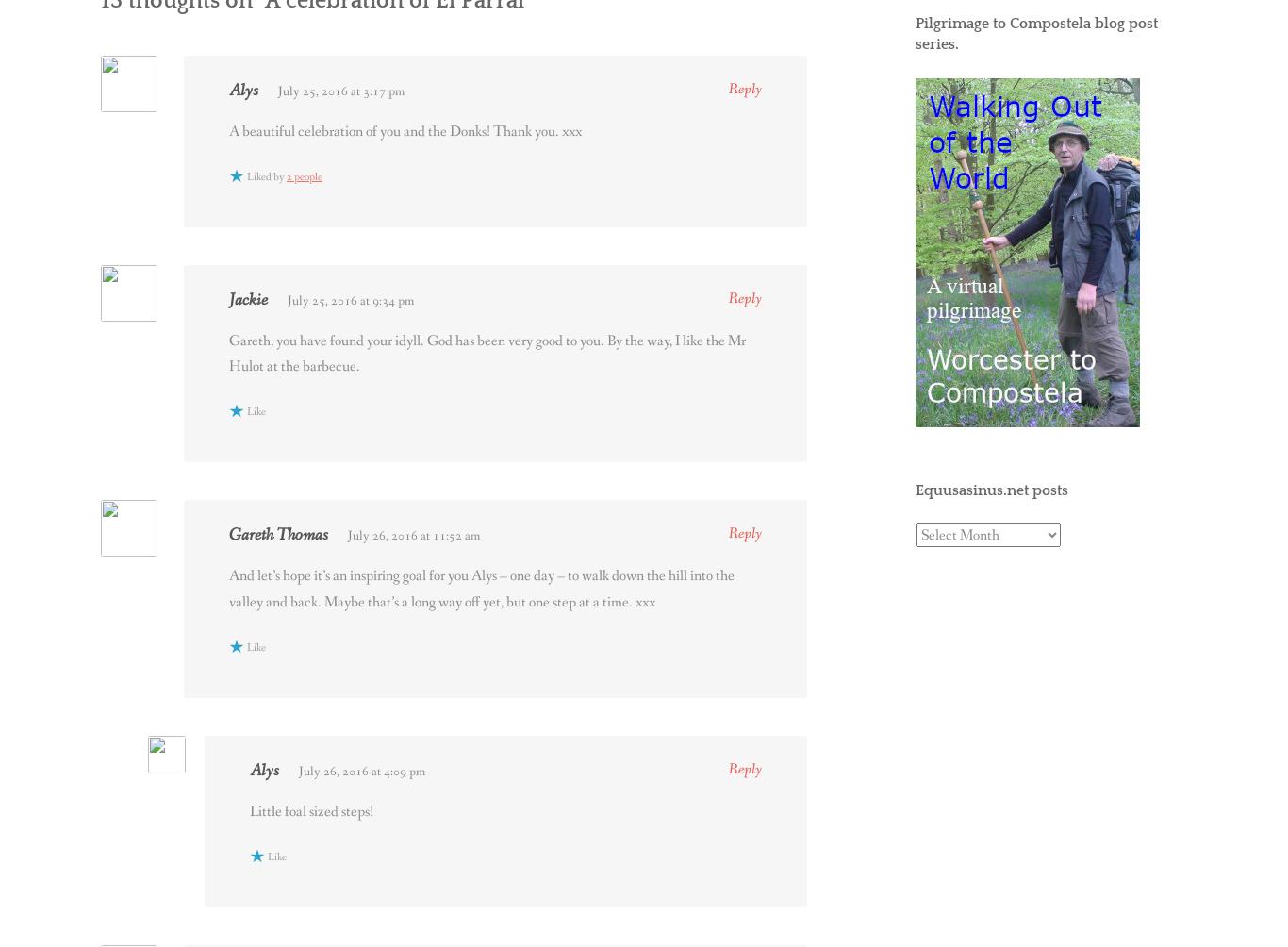  I want to click on '2 people', so click(305, 176).